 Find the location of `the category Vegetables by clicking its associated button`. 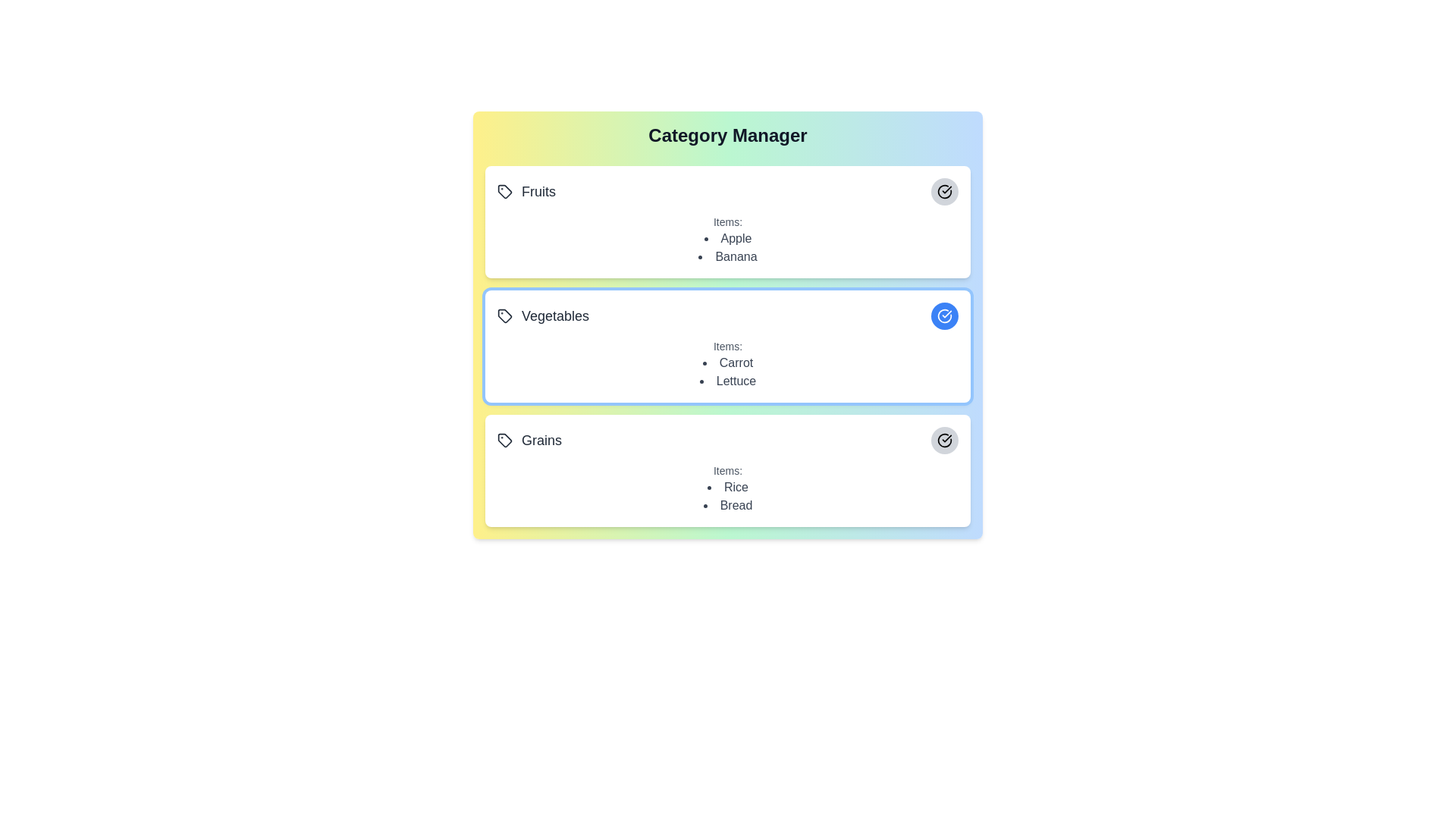

the category Vegetables by clicking its associated button is located at coordinates (944, 315).